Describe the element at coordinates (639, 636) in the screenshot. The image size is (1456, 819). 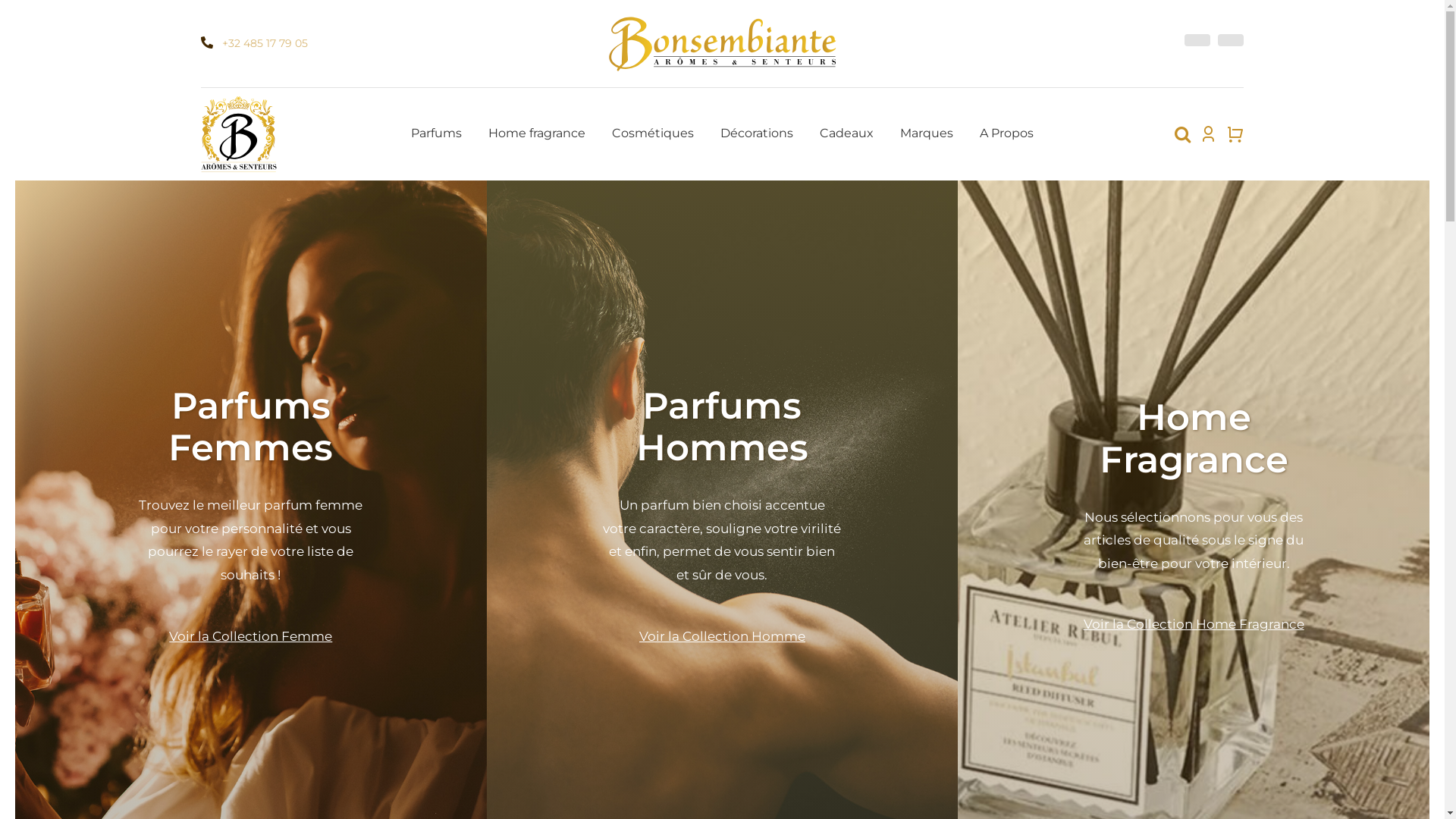
I see `'Voir la Collection Homme'` at that location.